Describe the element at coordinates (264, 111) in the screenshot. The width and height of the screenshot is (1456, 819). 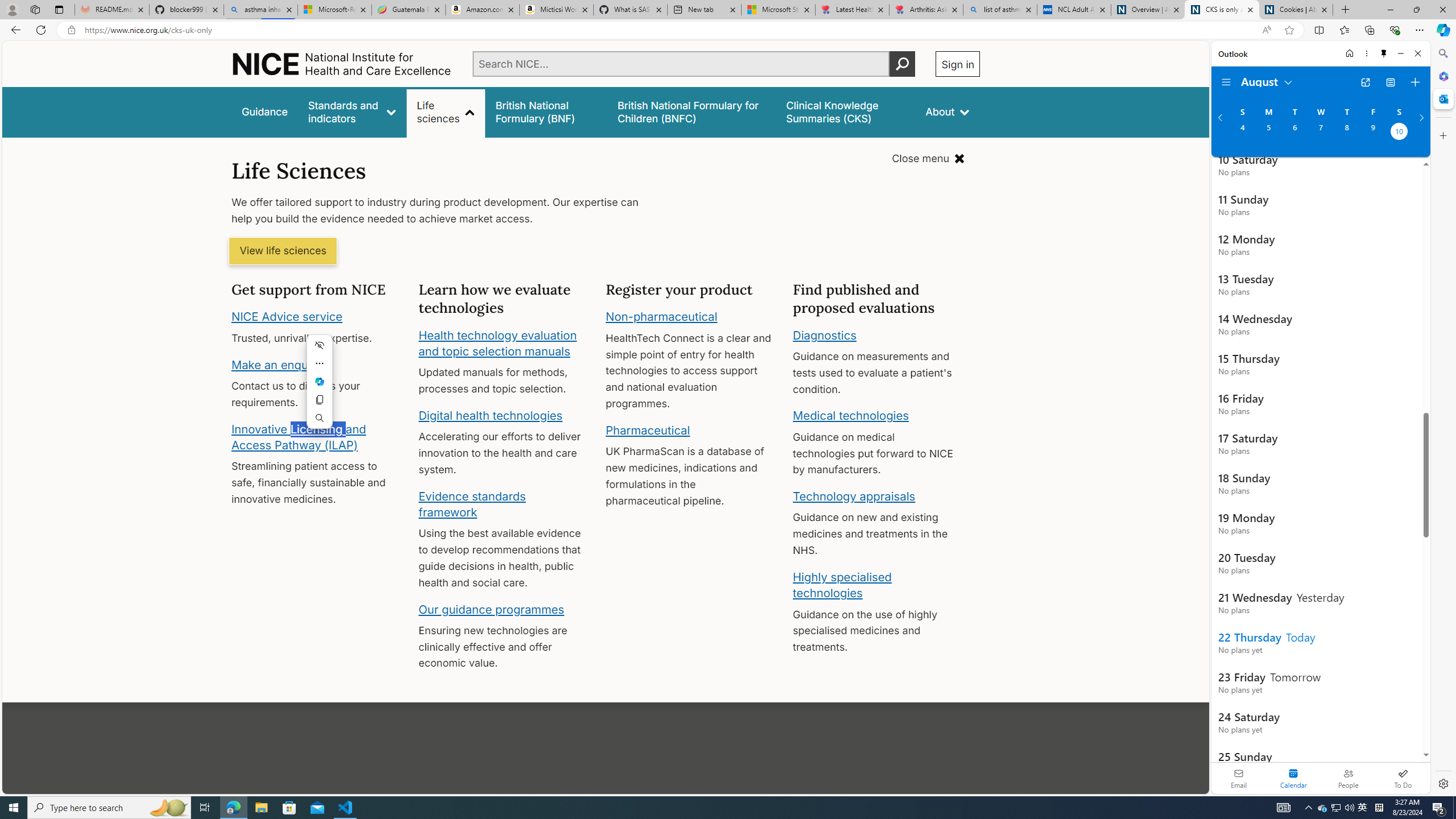
I see `'Guidance'` at that location.